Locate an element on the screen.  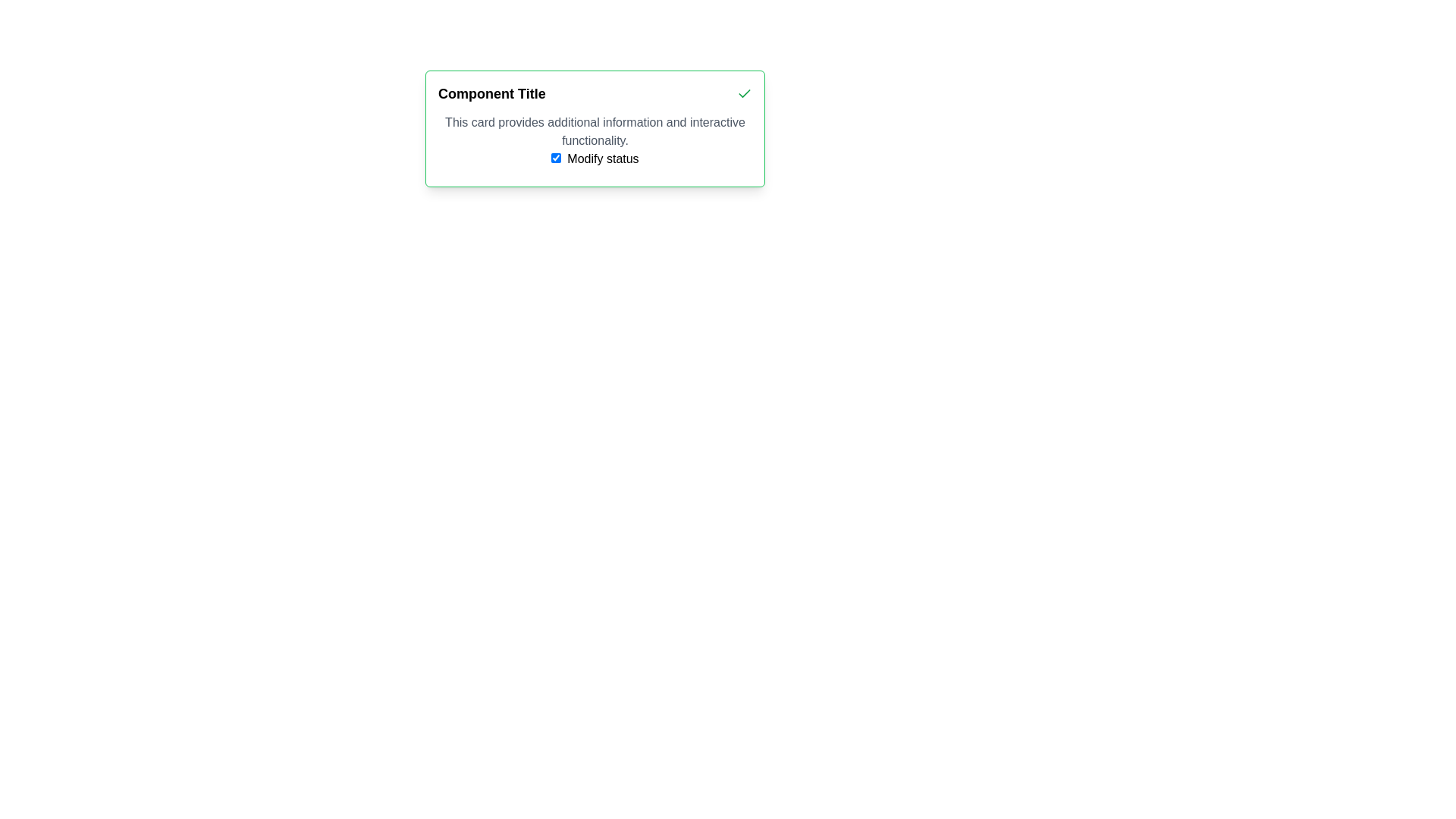
the checkbox located to the left of the text 'Modify status' is located at coordinates (555, 158).